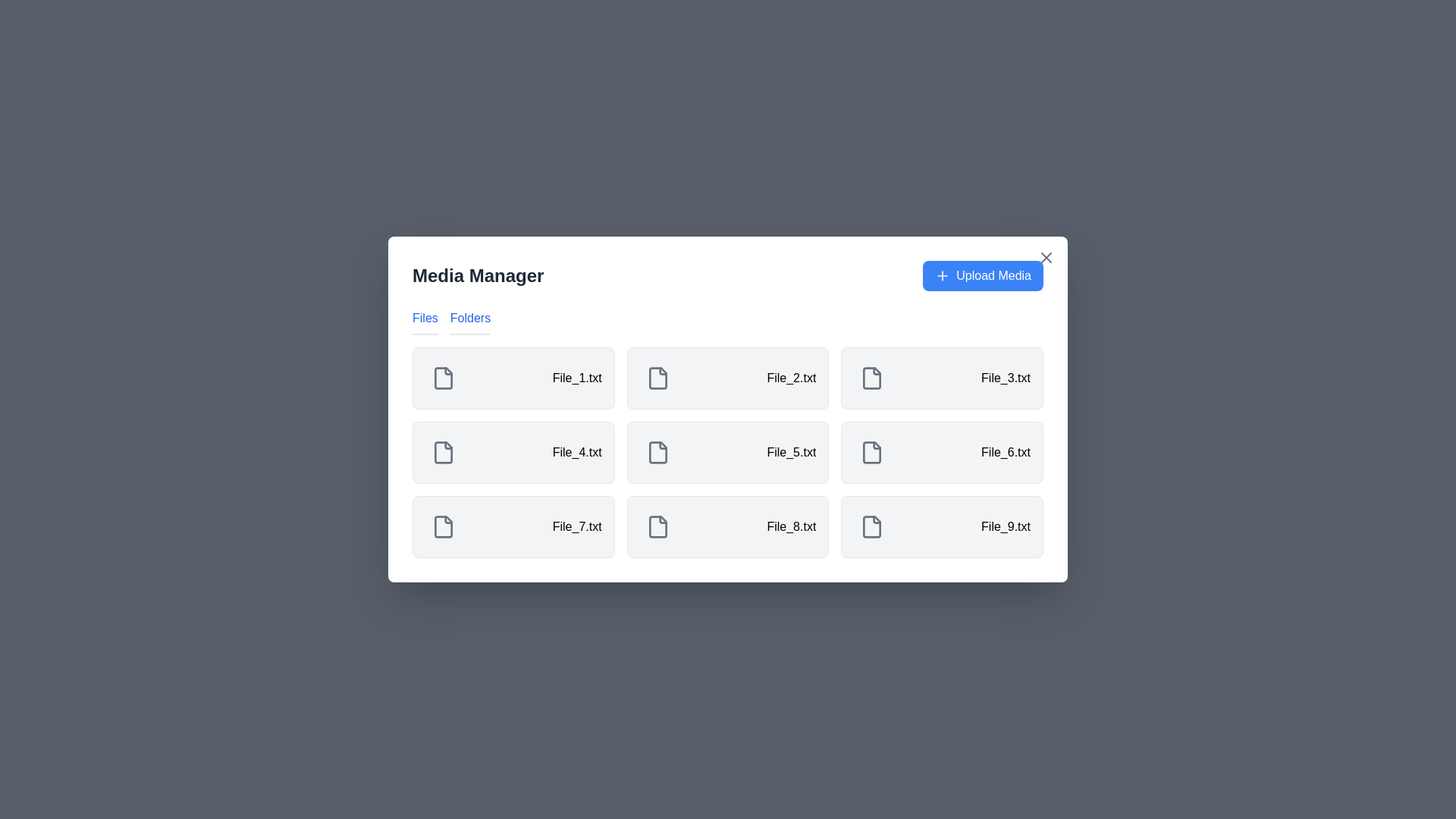  What do you see at coordinates (443, 526) in the screenshot?
I see `the 'File_7.txt' icon in the Media Manager interface` at bounding box center [443, 526].